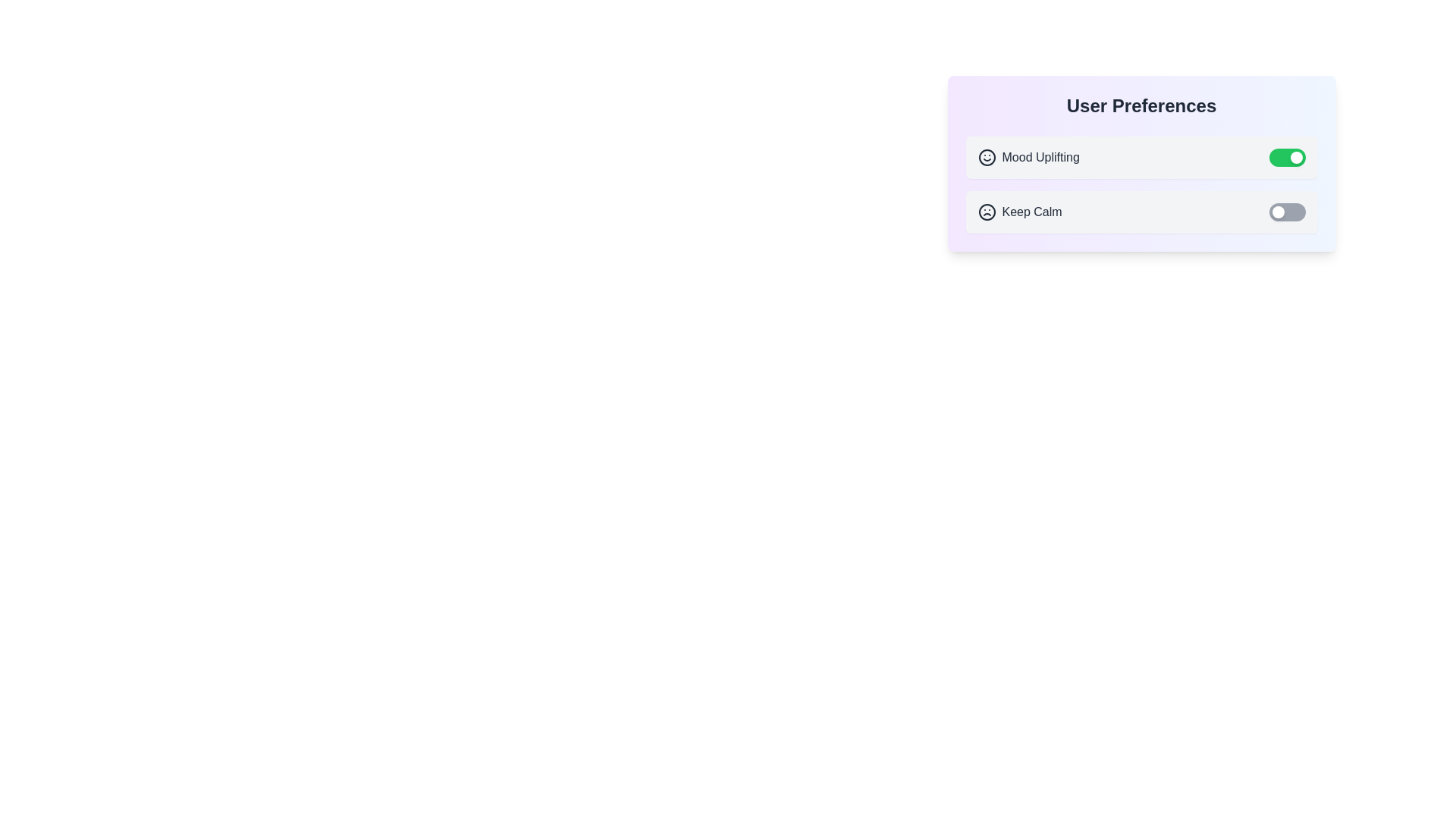  Describe the element at coordinates (987, 212) in the screenshot. I see `the frowning face icon with a circular outline, located in the 'Keep Calm' row below the 'Mood Uplifting' row in the 'User Preferences' panel` at that location.